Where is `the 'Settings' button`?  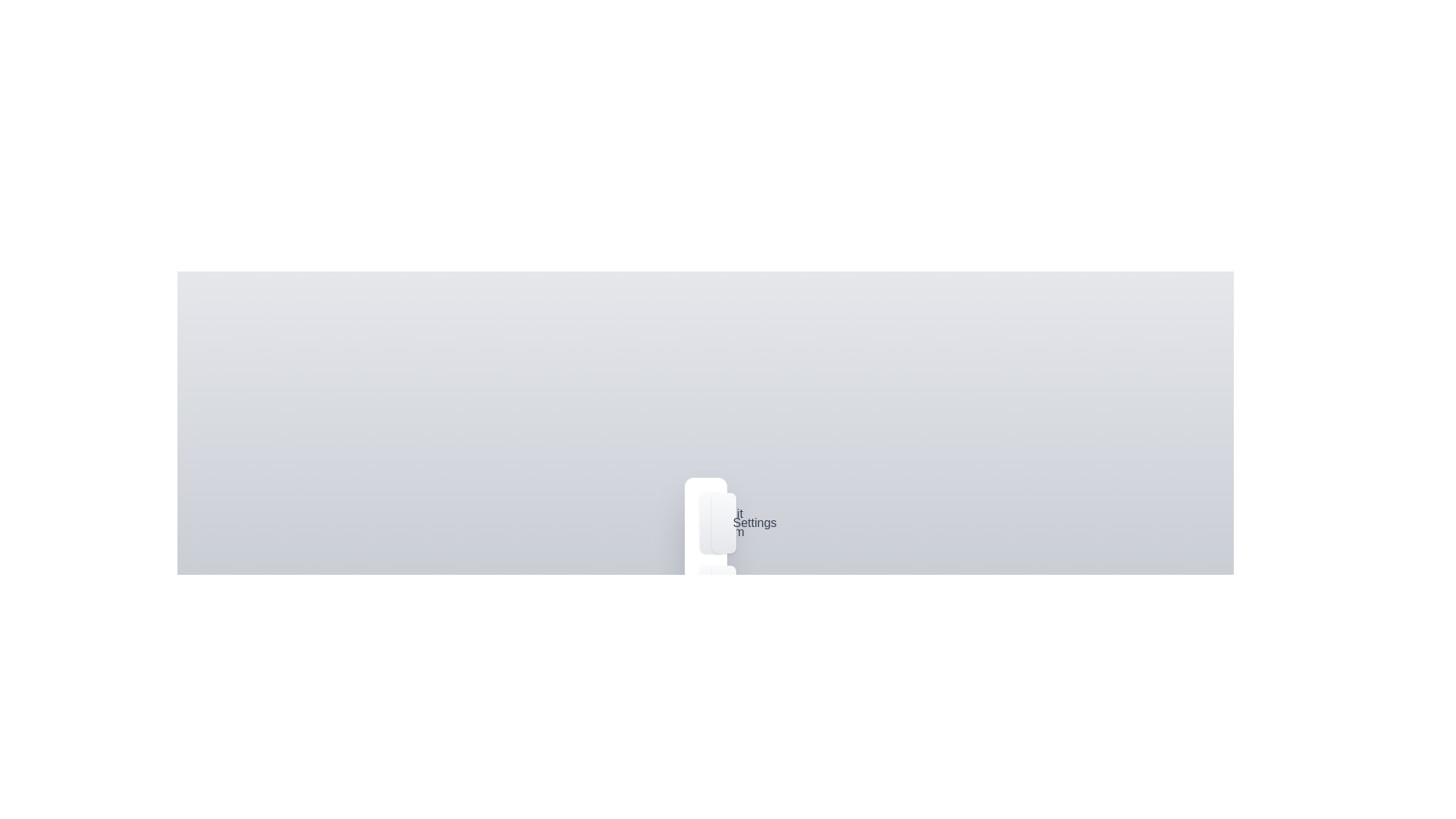
the 'Settings' button is located at coordinates (723, 522).